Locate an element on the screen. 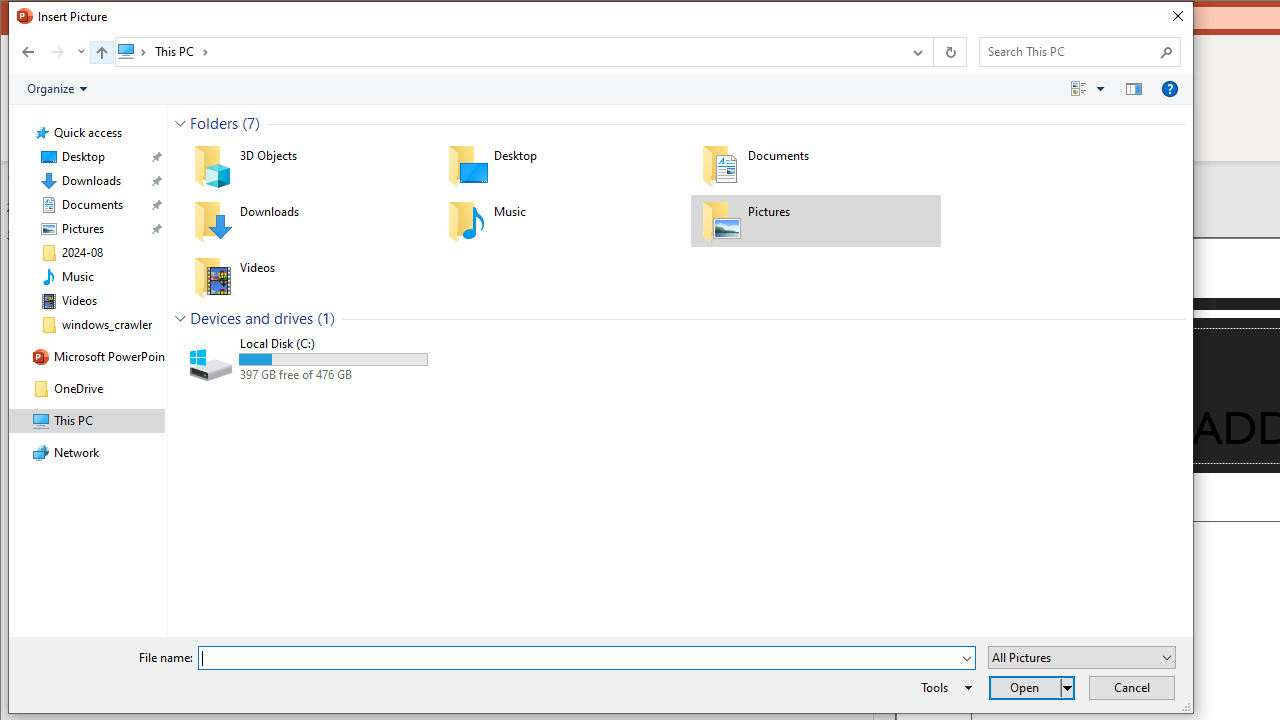 The height and width of the screenshot is (720, 1280). 'Command Module' is located at coordinates (599, 88).